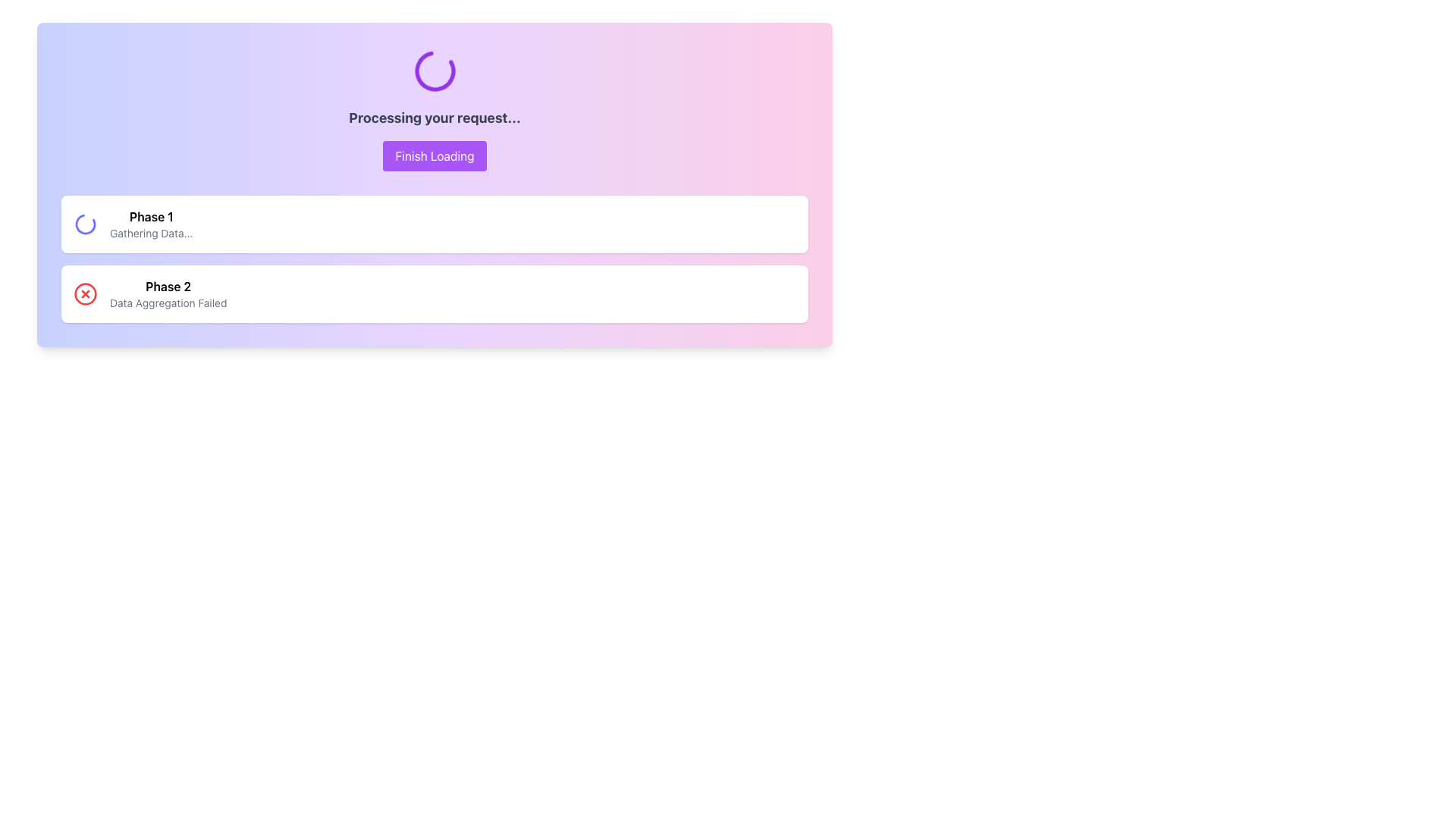 The image size is (1456, 819). Describe the element at coordinates (85, 224) in the screenshot. I see `the animation of the SVG Icon located in the upper-left corner of the white card titled 'Phase 1', adjacent to the text 'Gathering Data...'` at that location.